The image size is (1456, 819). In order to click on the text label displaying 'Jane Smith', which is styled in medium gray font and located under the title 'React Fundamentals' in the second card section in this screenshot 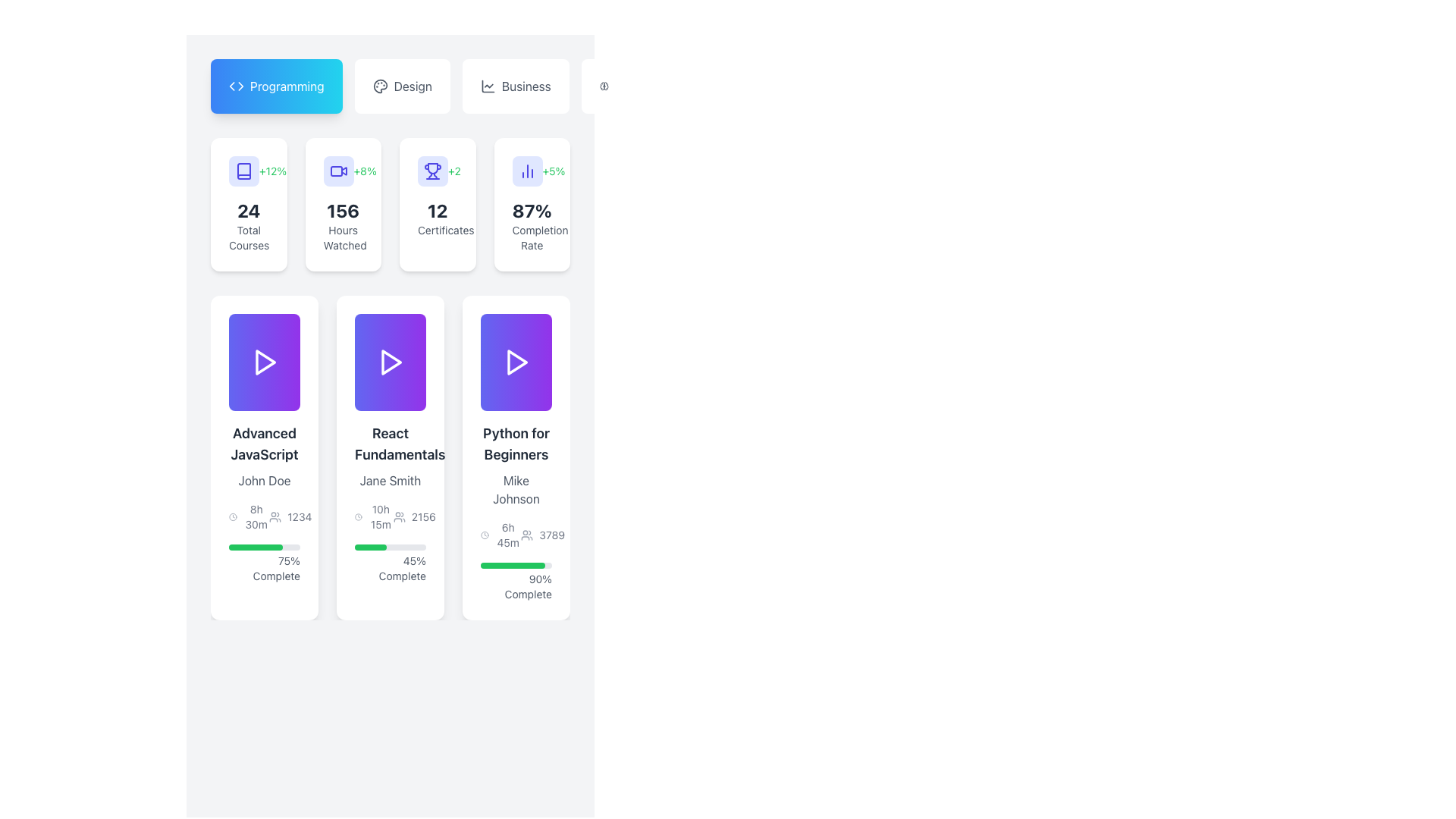, I will do `click(390, 480)`.